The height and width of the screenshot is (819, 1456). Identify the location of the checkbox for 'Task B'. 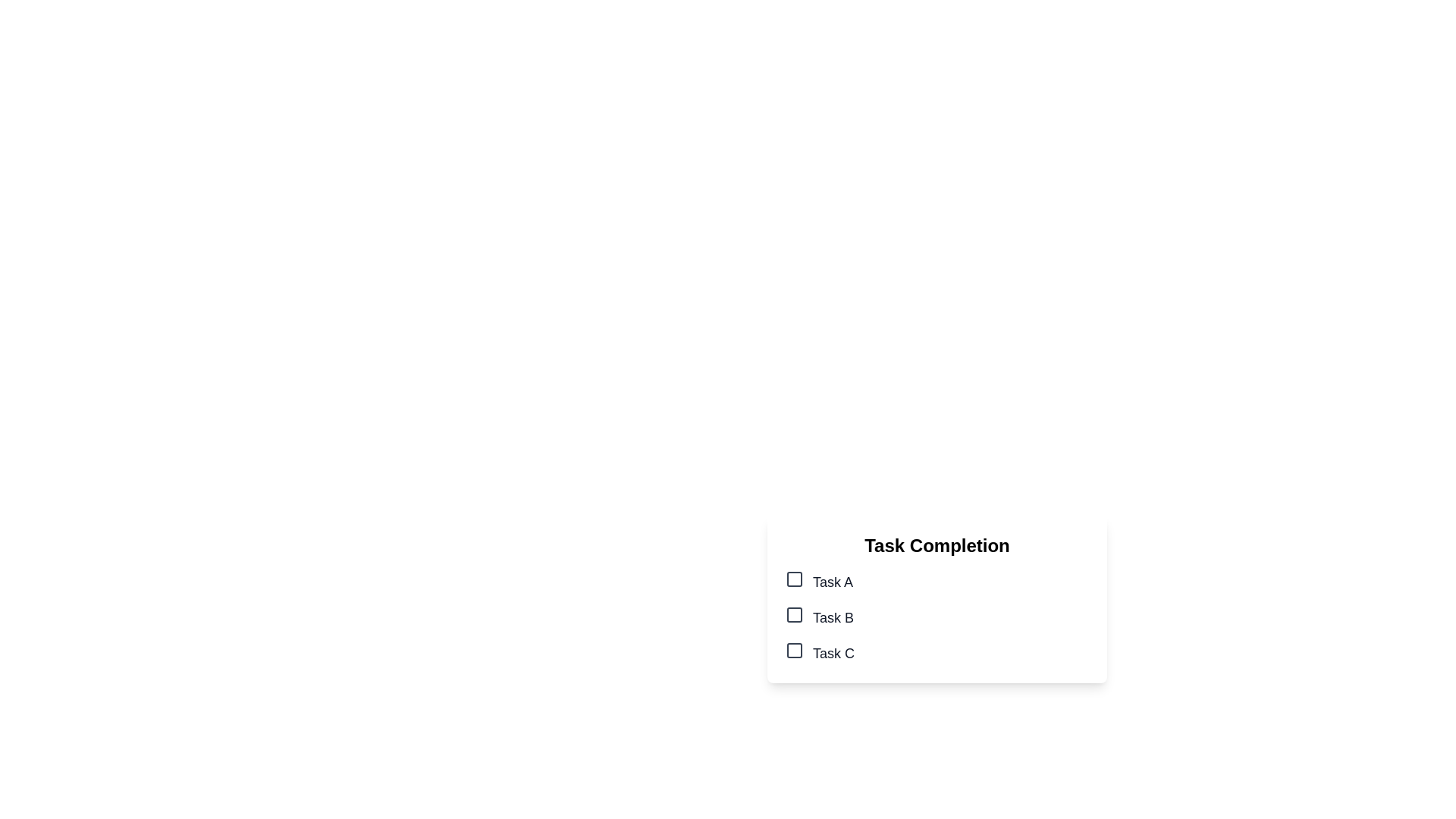
(793, 614).